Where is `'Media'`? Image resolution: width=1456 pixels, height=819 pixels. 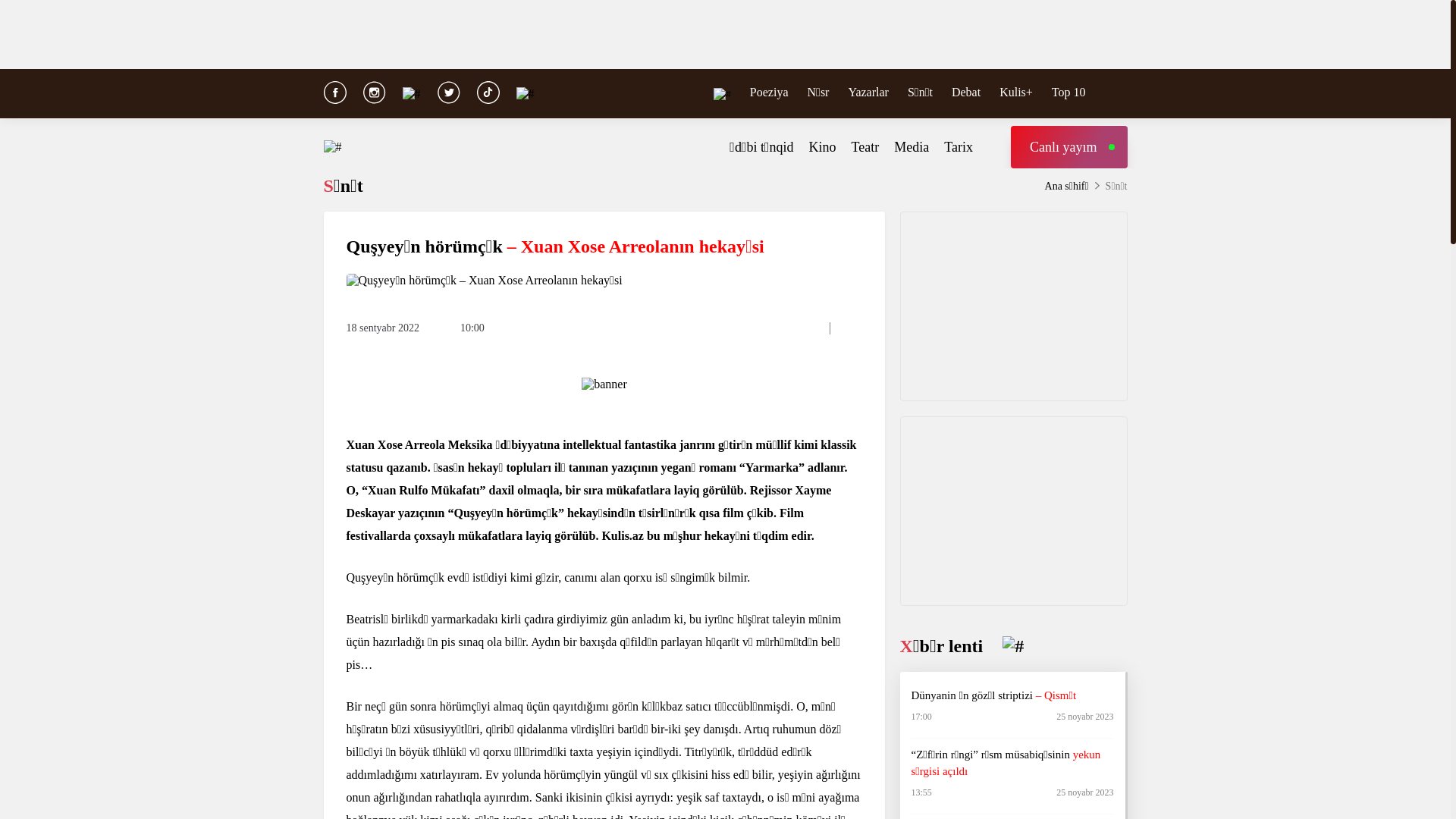
'Media' is located at coordinates (910, 147).